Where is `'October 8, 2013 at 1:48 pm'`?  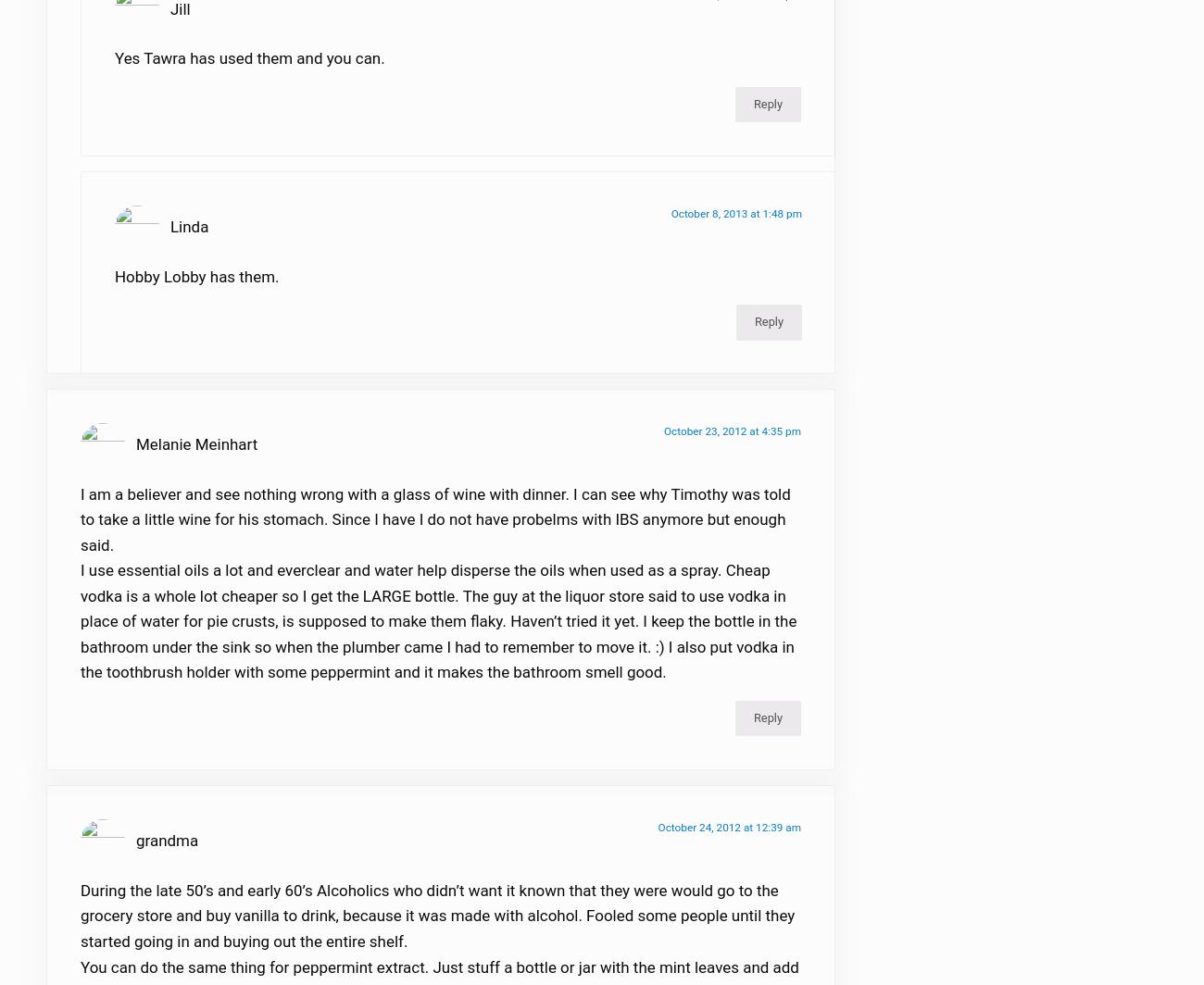
'October 8, 2013 at 1:48 pm' is located at coordinates (734, 225).